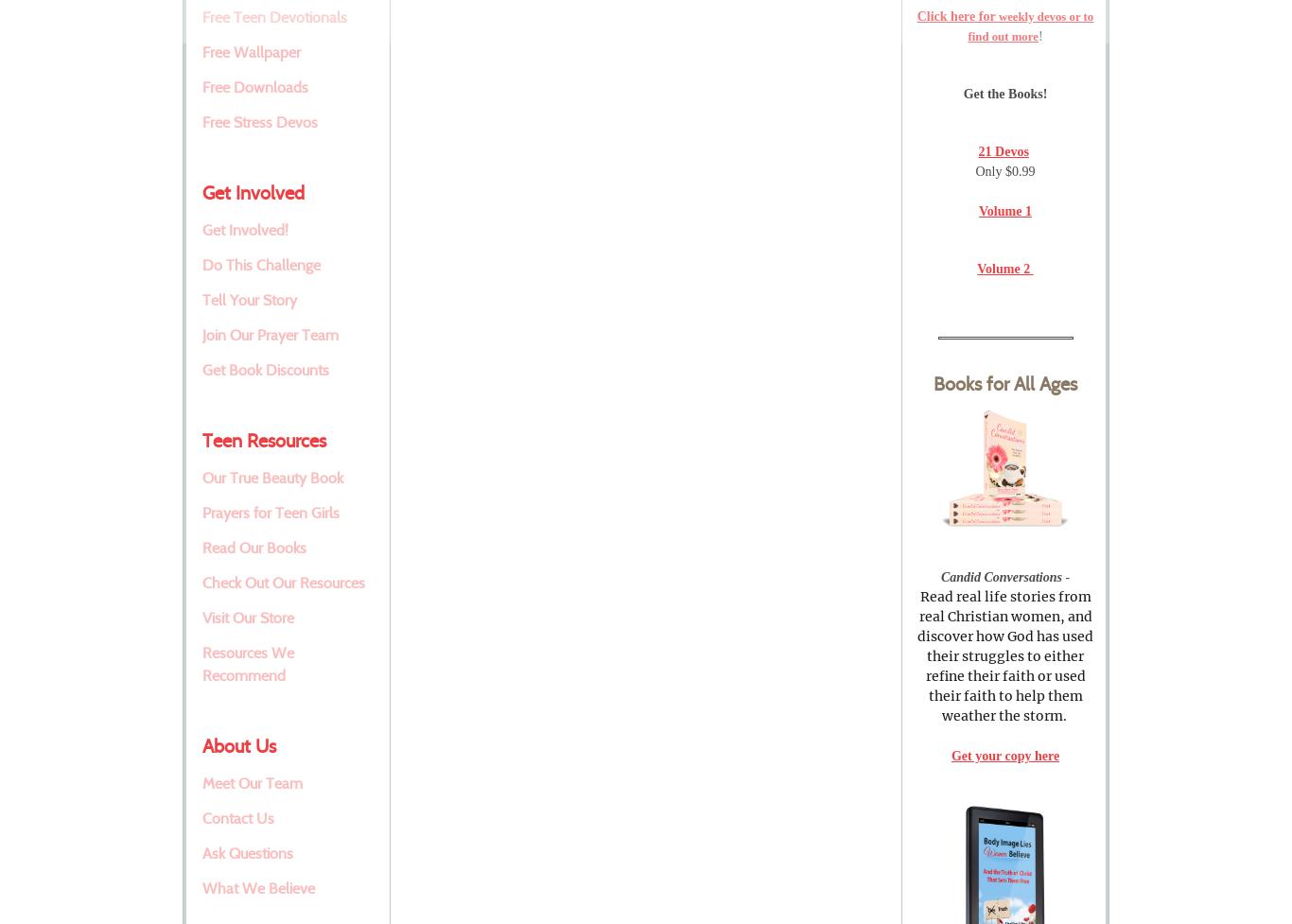 The height and width of the screenshot is (924, 1292). Describe the element at coordinates (1004, 209) in the screenshot. I see `'Volume 1'` at that location.